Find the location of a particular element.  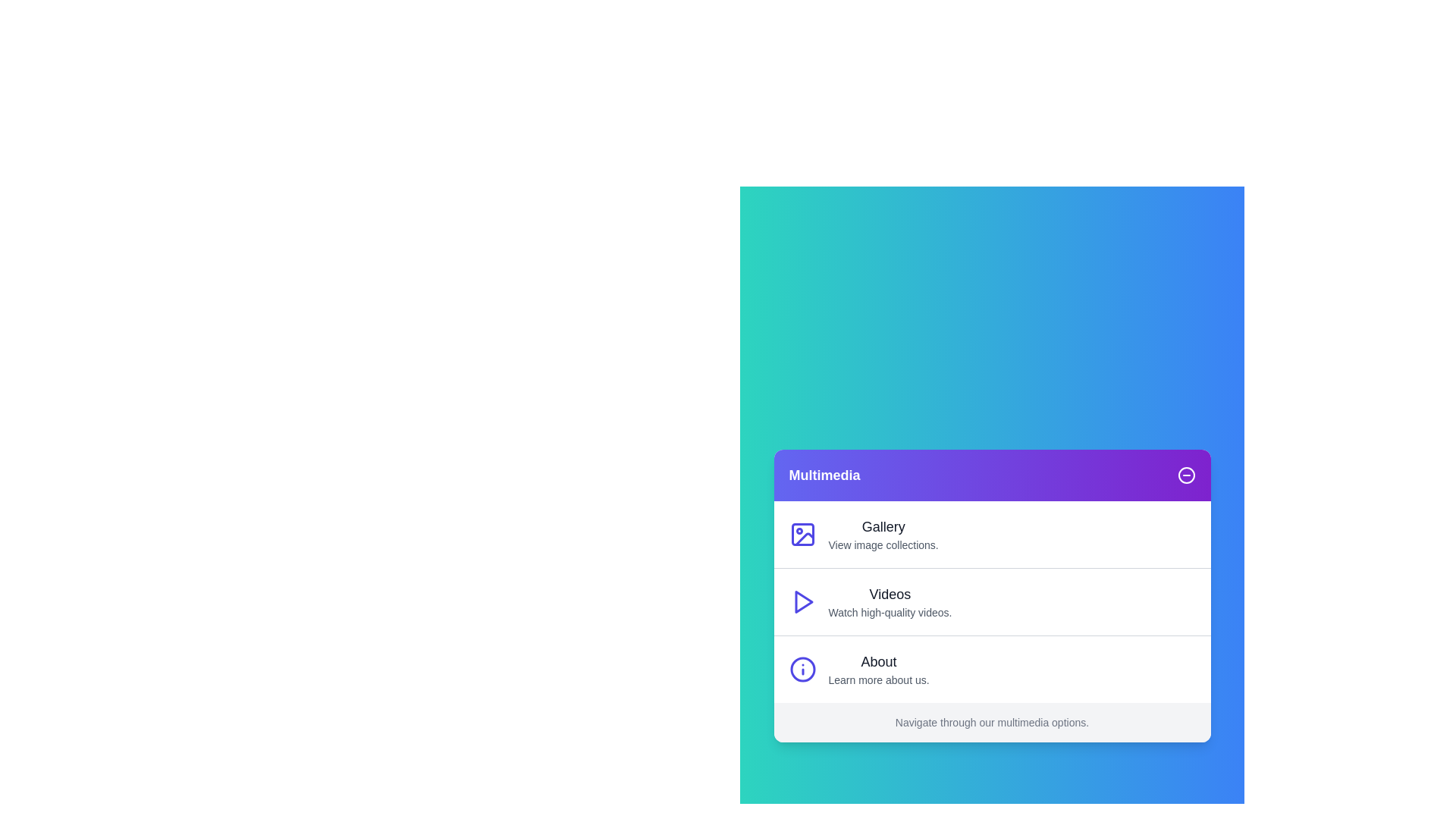

the footer text to interact with it is located at coordinates (992, 721).